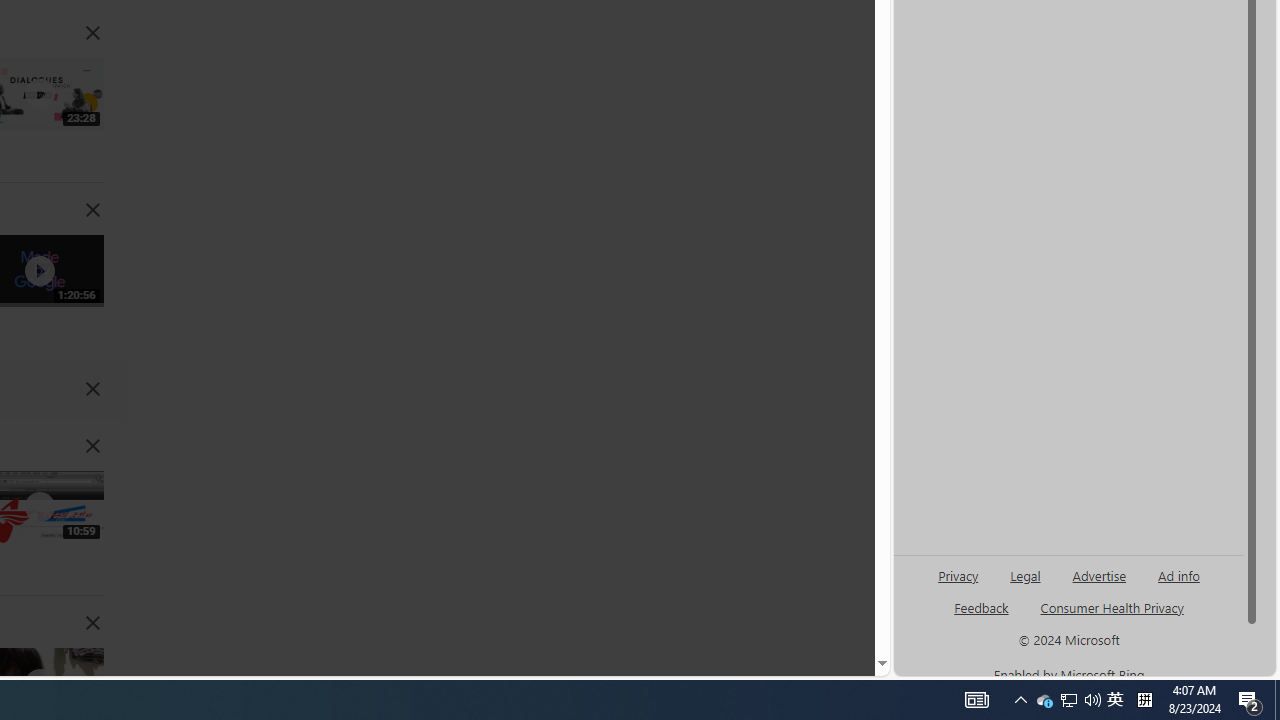 This screenshot has width=1280, height=720. I want to click on 'AutomationID: sb_feedback', so click(981, 606).